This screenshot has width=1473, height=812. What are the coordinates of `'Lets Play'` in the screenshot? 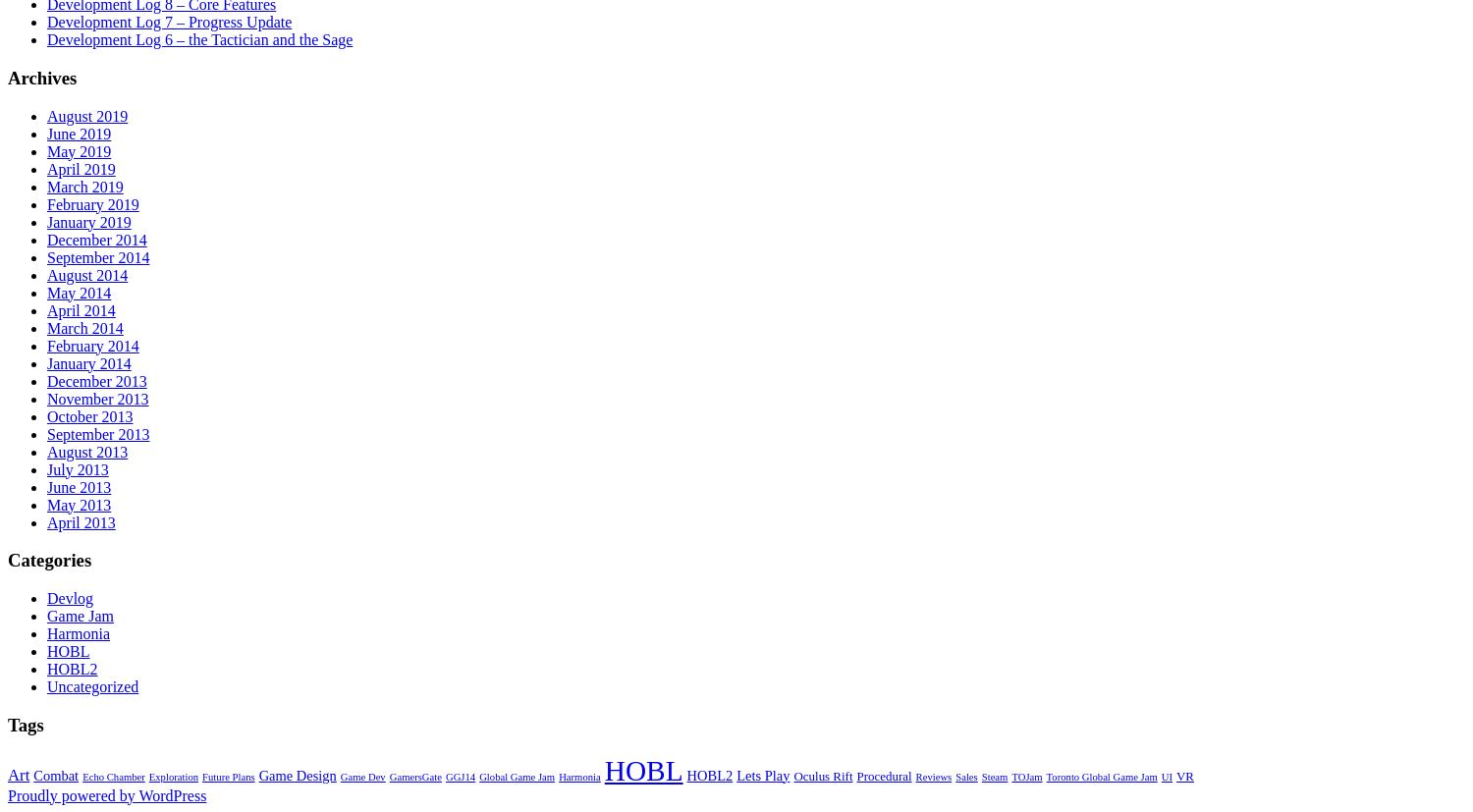 It's located at (763, 775).